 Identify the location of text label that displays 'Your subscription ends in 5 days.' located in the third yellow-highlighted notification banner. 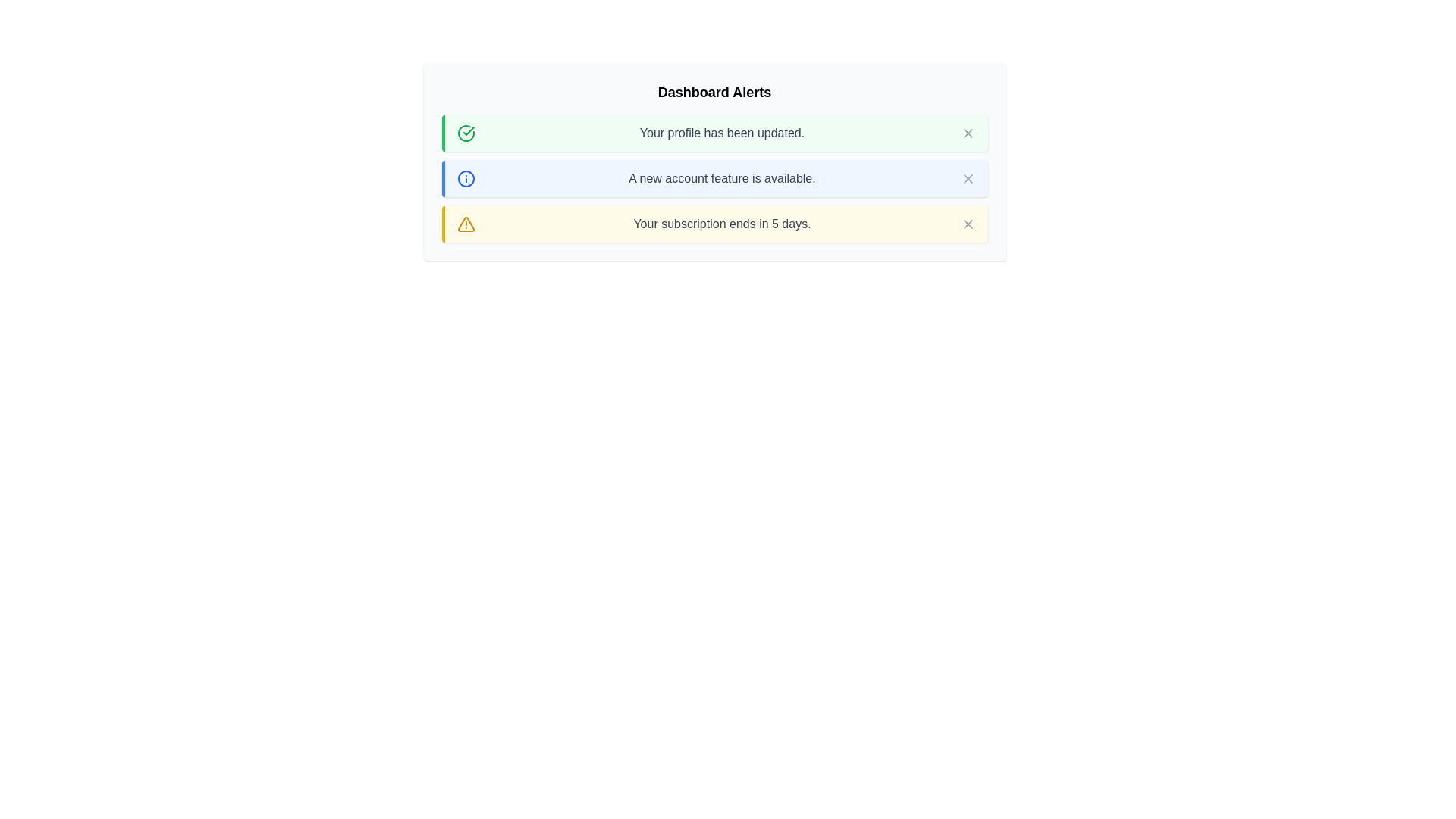
(721, 224).